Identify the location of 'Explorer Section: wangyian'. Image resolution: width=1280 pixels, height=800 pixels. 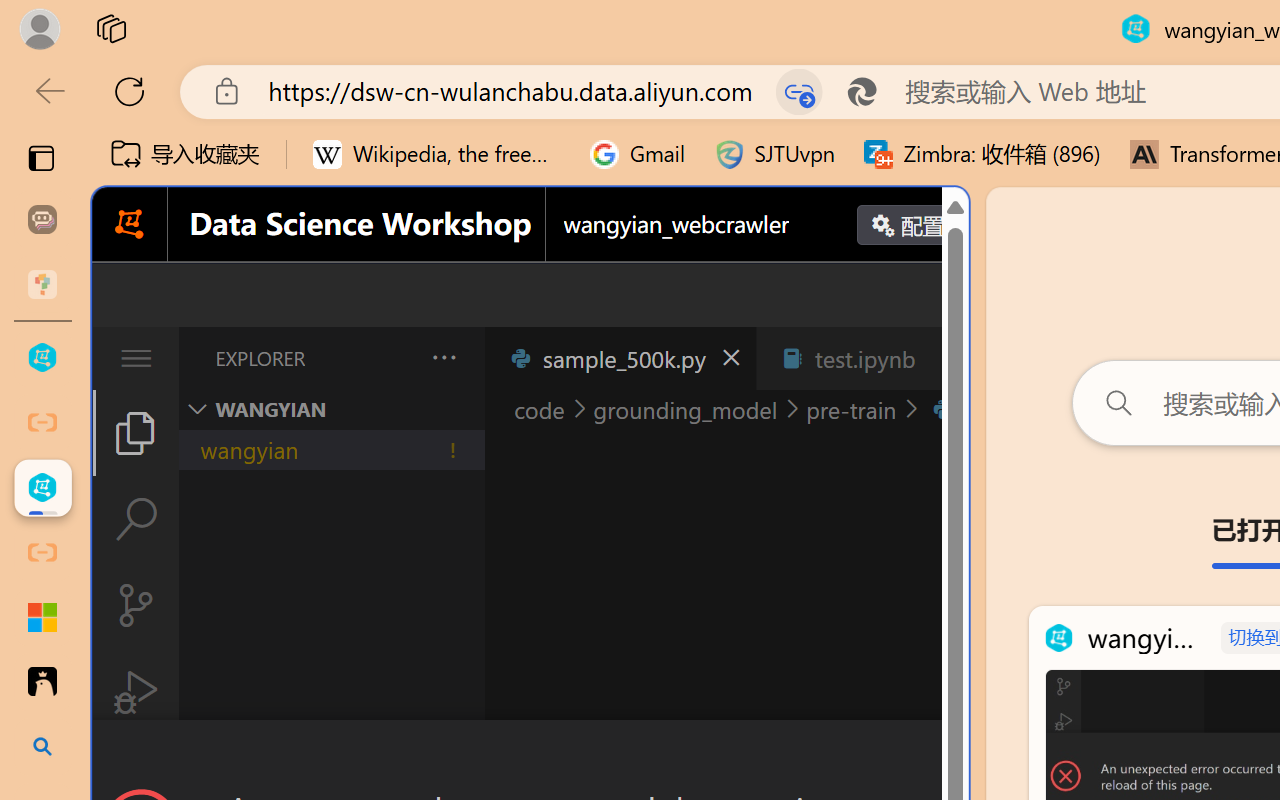
(331, 409).